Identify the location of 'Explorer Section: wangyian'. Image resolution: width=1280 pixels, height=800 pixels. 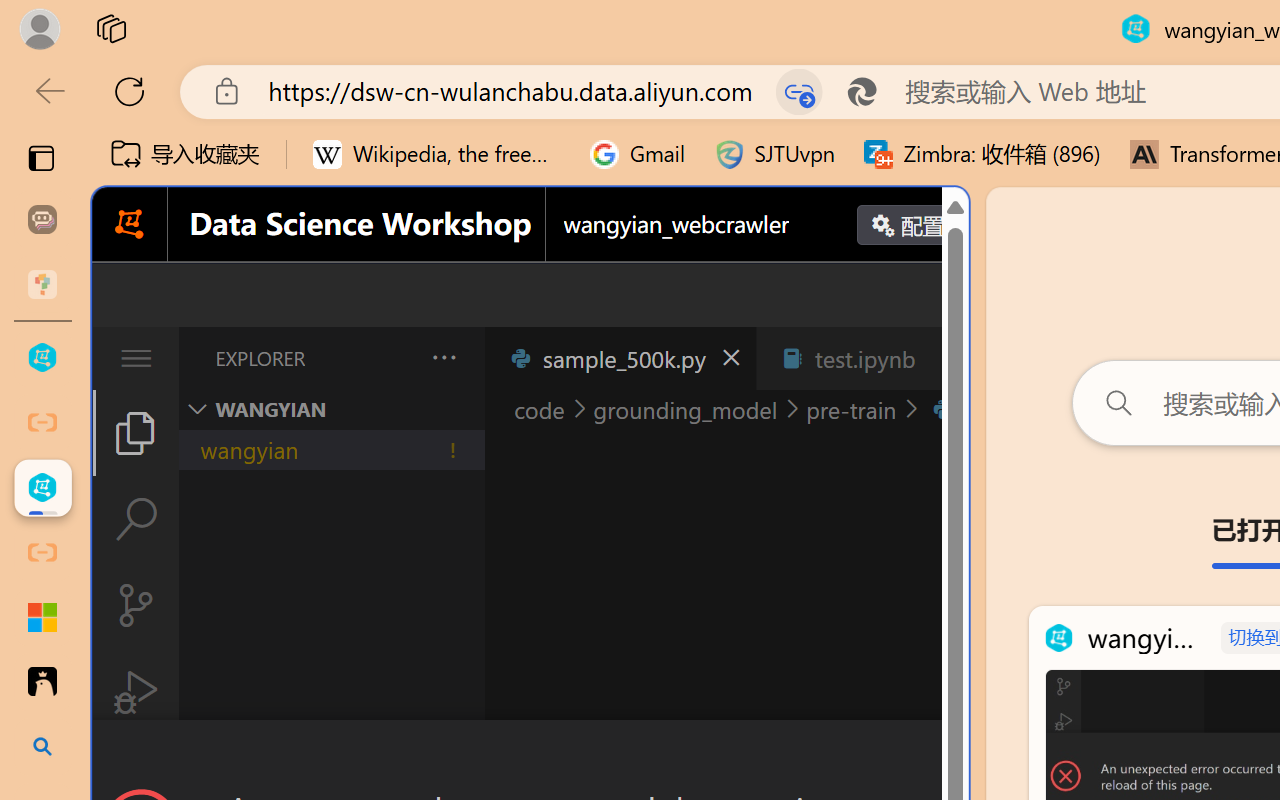
(331, 409).